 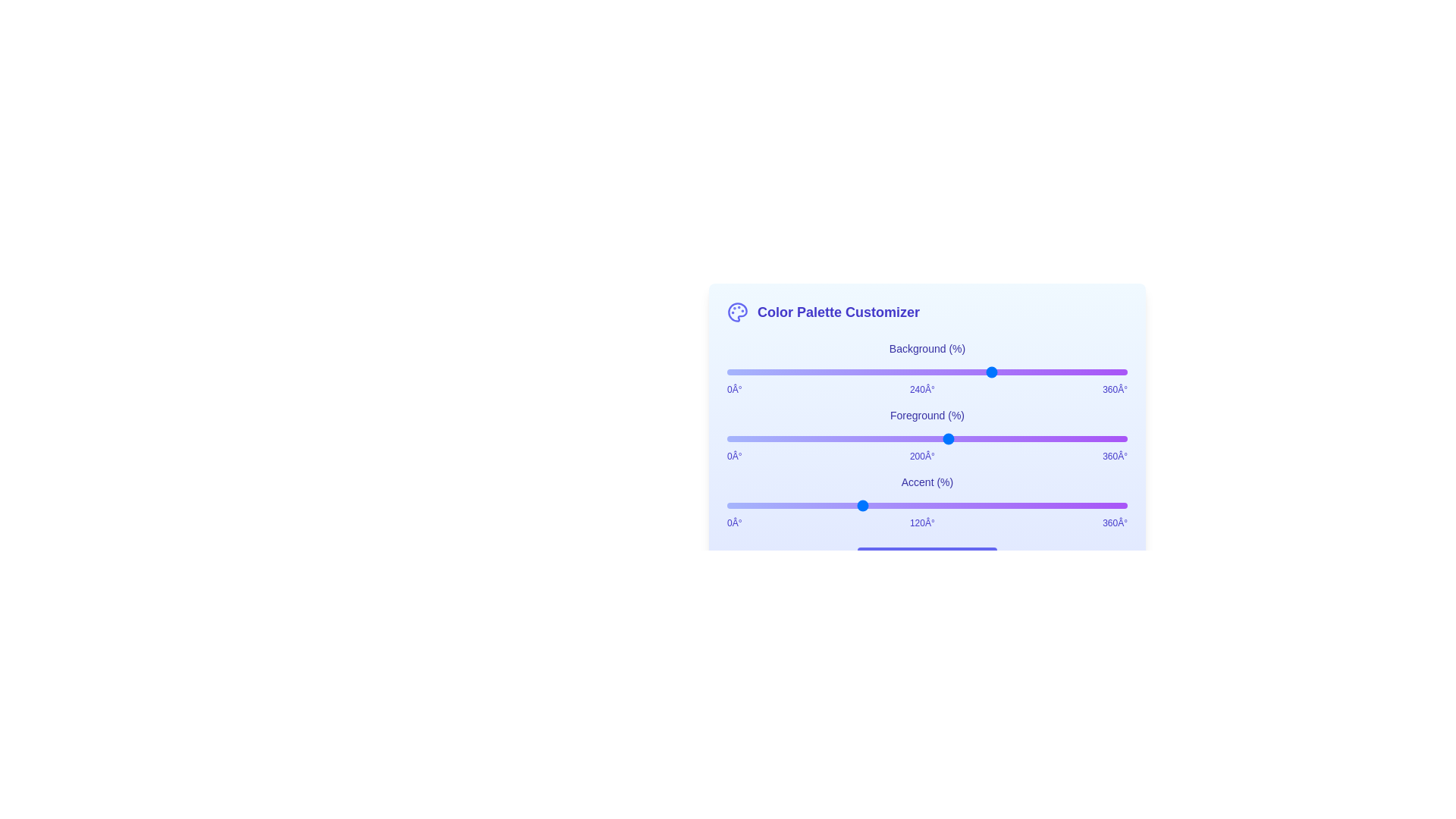 I want to click on the Accent slider to set its hue to 65 degrees, so click(x=799, y=506).